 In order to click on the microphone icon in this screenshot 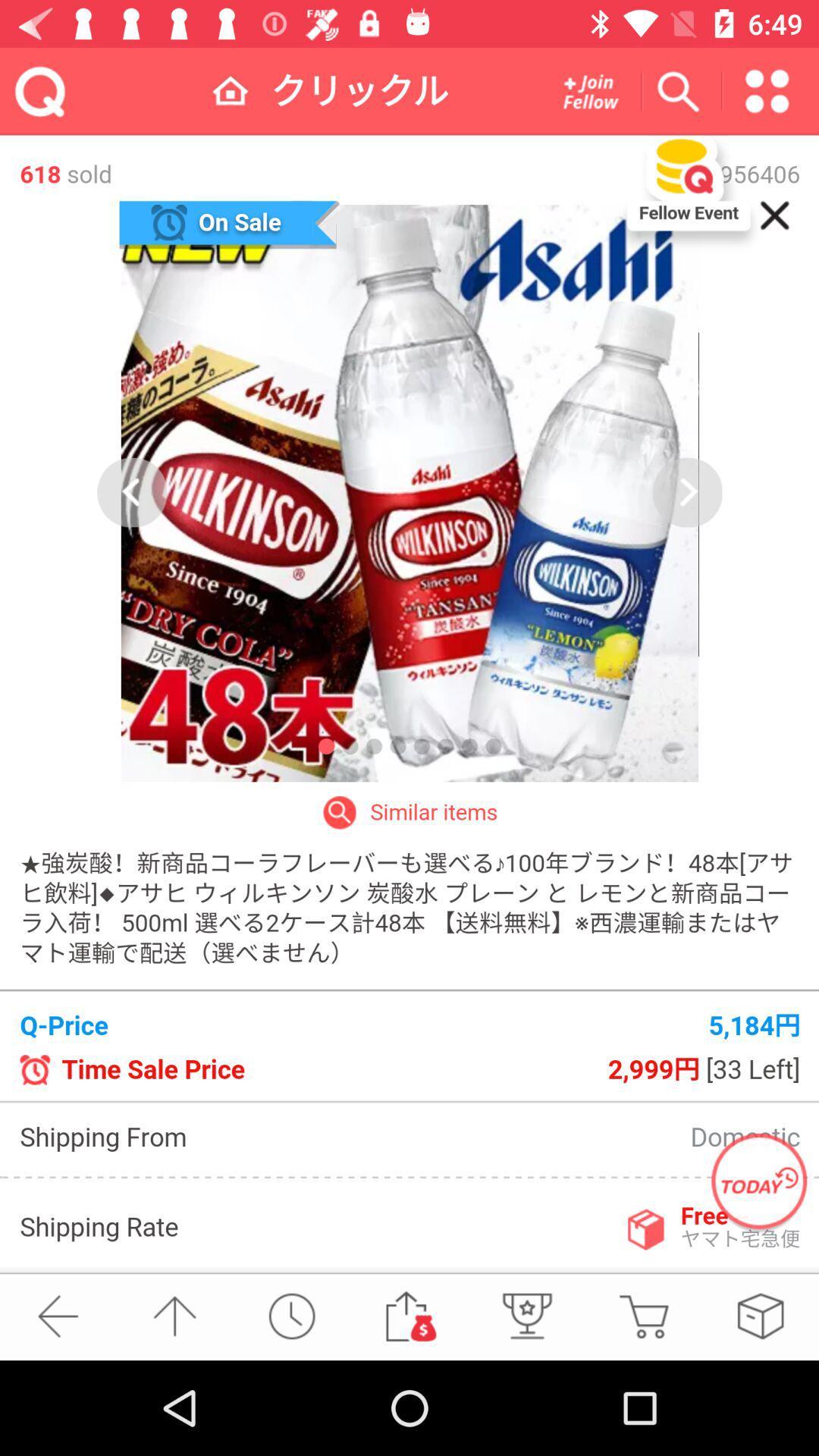, I will do `click(525, 1315)`.